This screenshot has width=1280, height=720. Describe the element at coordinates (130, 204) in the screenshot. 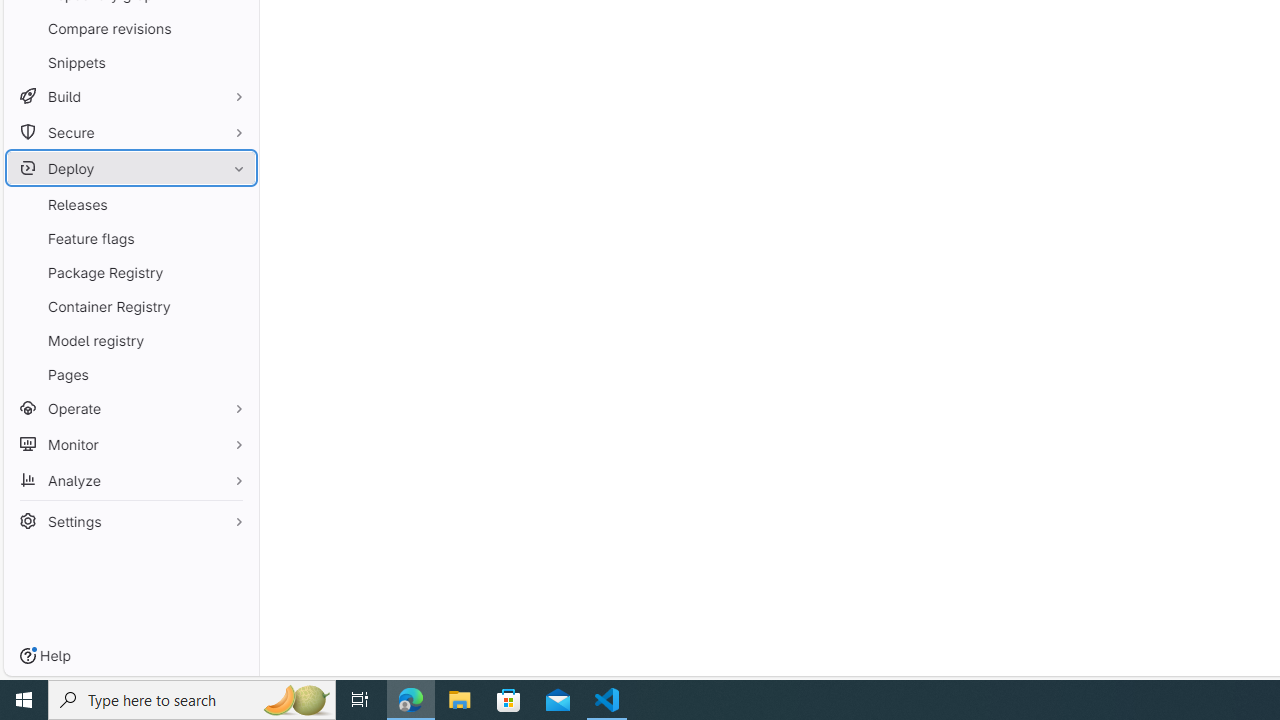

I see `'Releases'` at that location.